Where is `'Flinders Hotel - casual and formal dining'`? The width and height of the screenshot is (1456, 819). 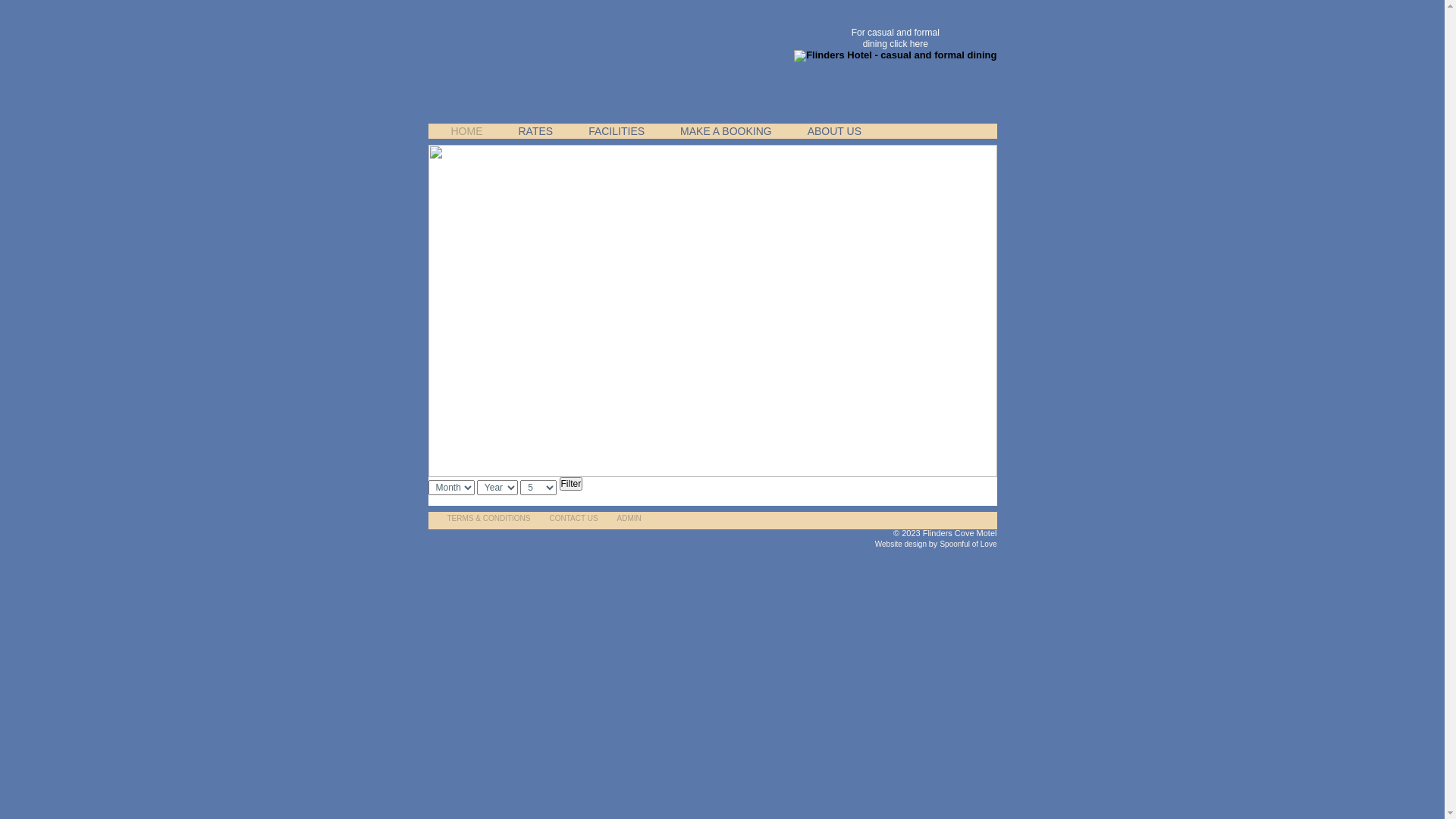 'Flinders Hotel - casual and formal dining' is located at coordinates (895, 55).